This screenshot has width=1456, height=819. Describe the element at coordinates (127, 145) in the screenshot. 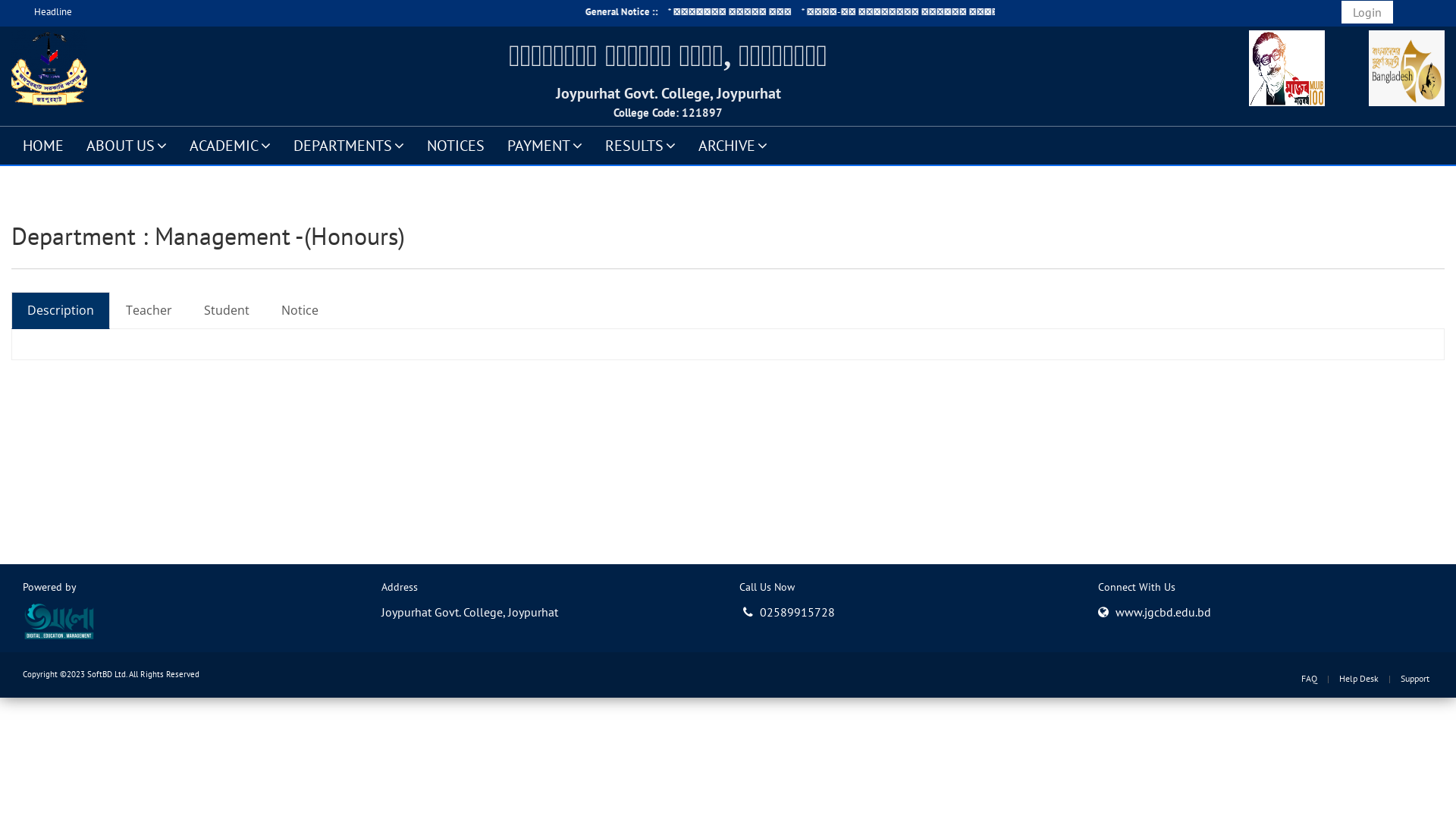

I see `'ABOUT US'` at that location.